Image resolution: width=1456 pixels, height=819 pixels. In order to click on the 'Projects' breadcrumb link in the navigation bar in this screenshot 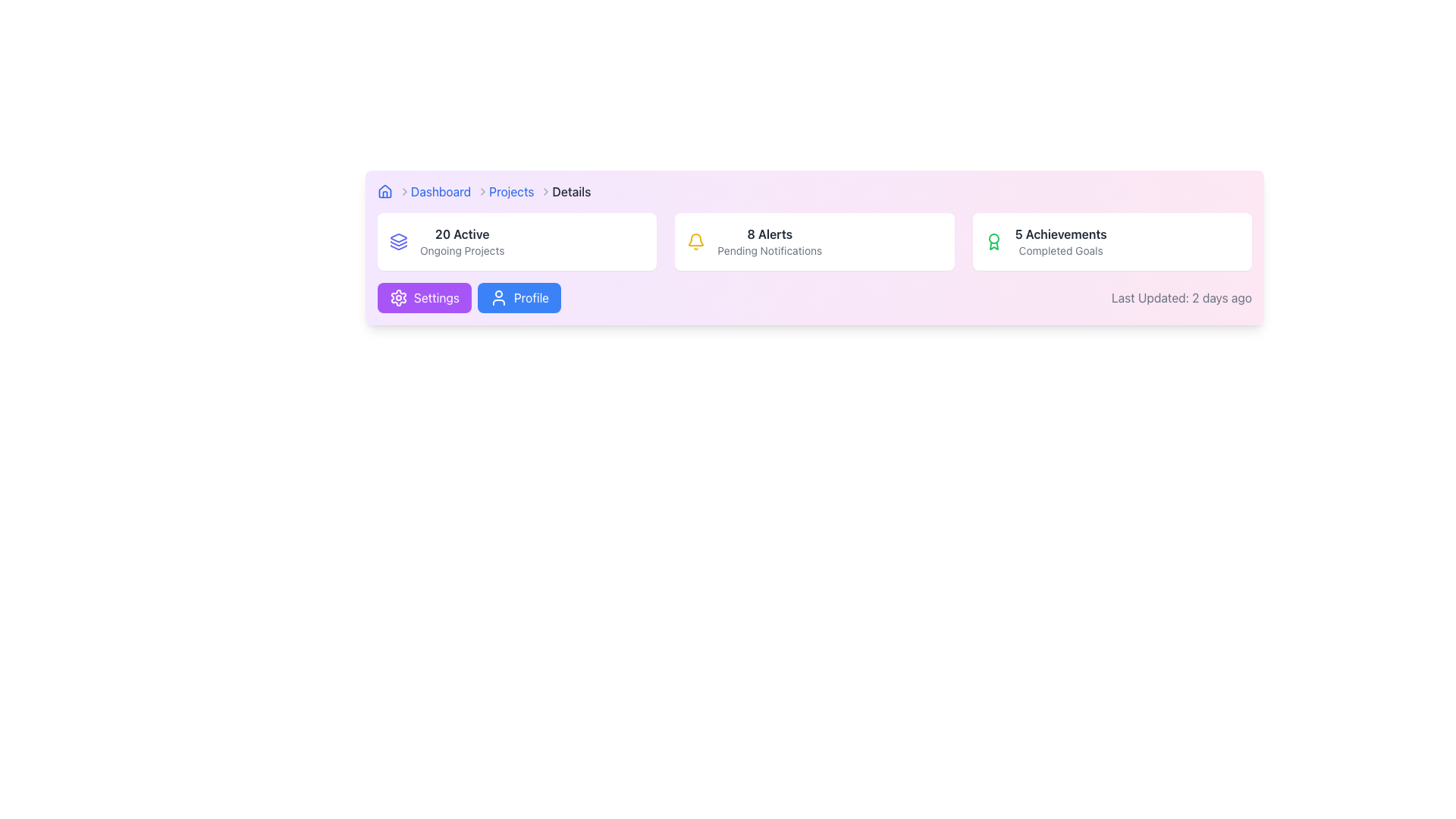, I will do `click(520, 191)`.